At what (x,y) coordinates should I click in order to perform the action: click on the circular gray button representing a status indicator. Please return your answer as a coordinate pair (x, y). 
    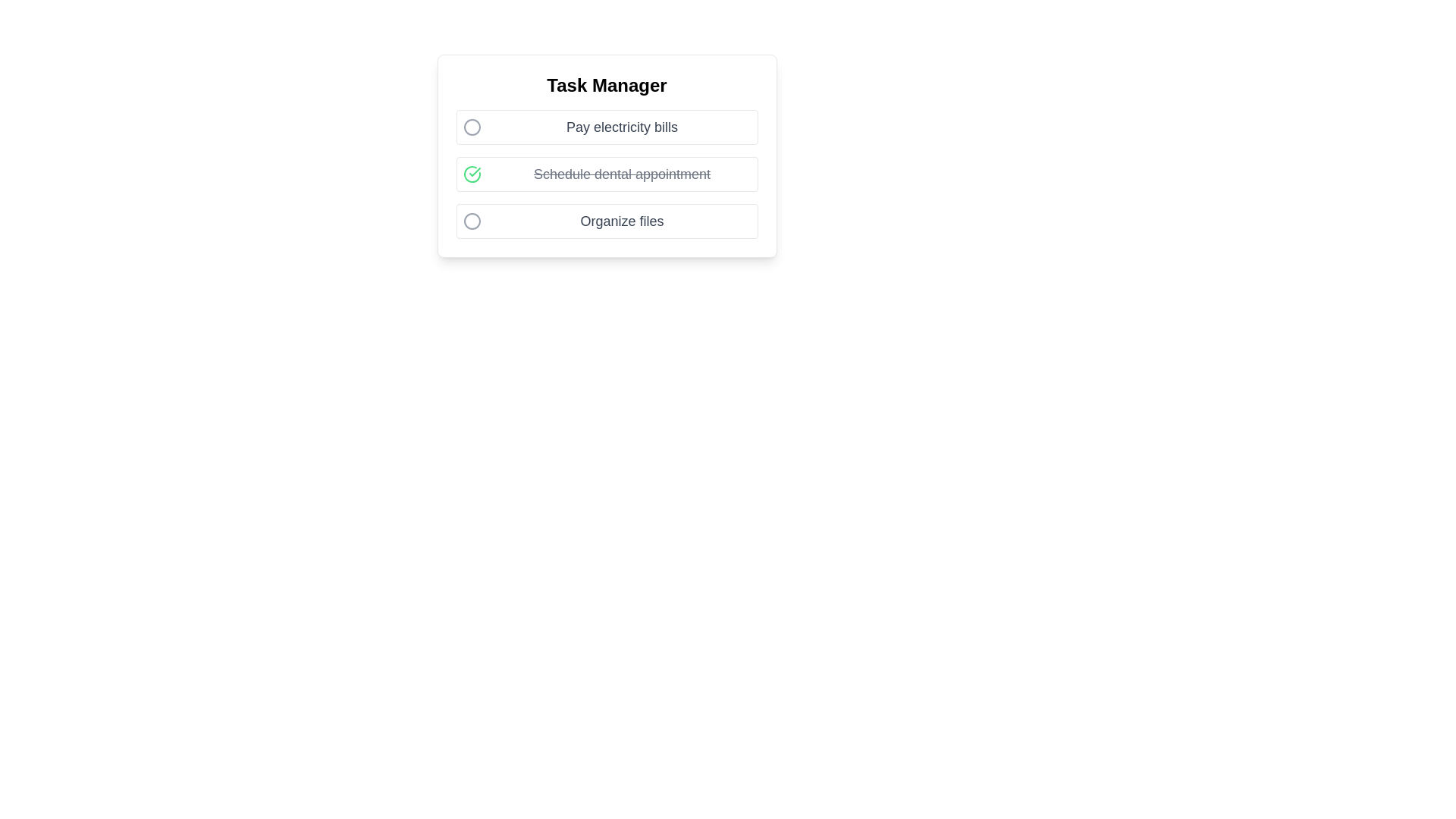
    Looking at the image, I should click on (471, 127).